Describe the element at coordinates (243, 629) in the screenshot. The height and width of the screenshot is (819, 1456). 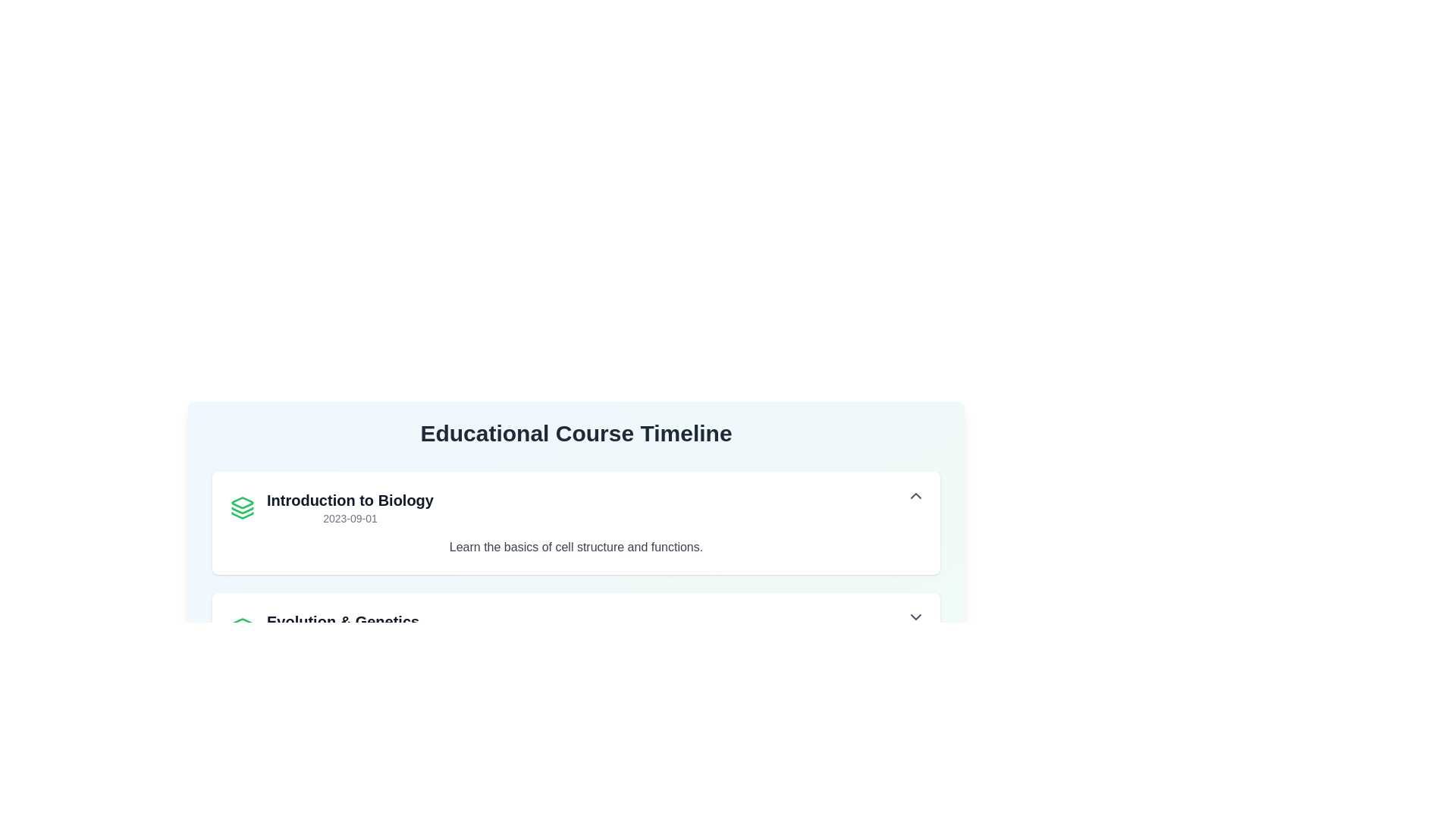
I see `the green layered icon positioned to the left of the text 'Evolution & Genetics 2023-10-01'` at that location.